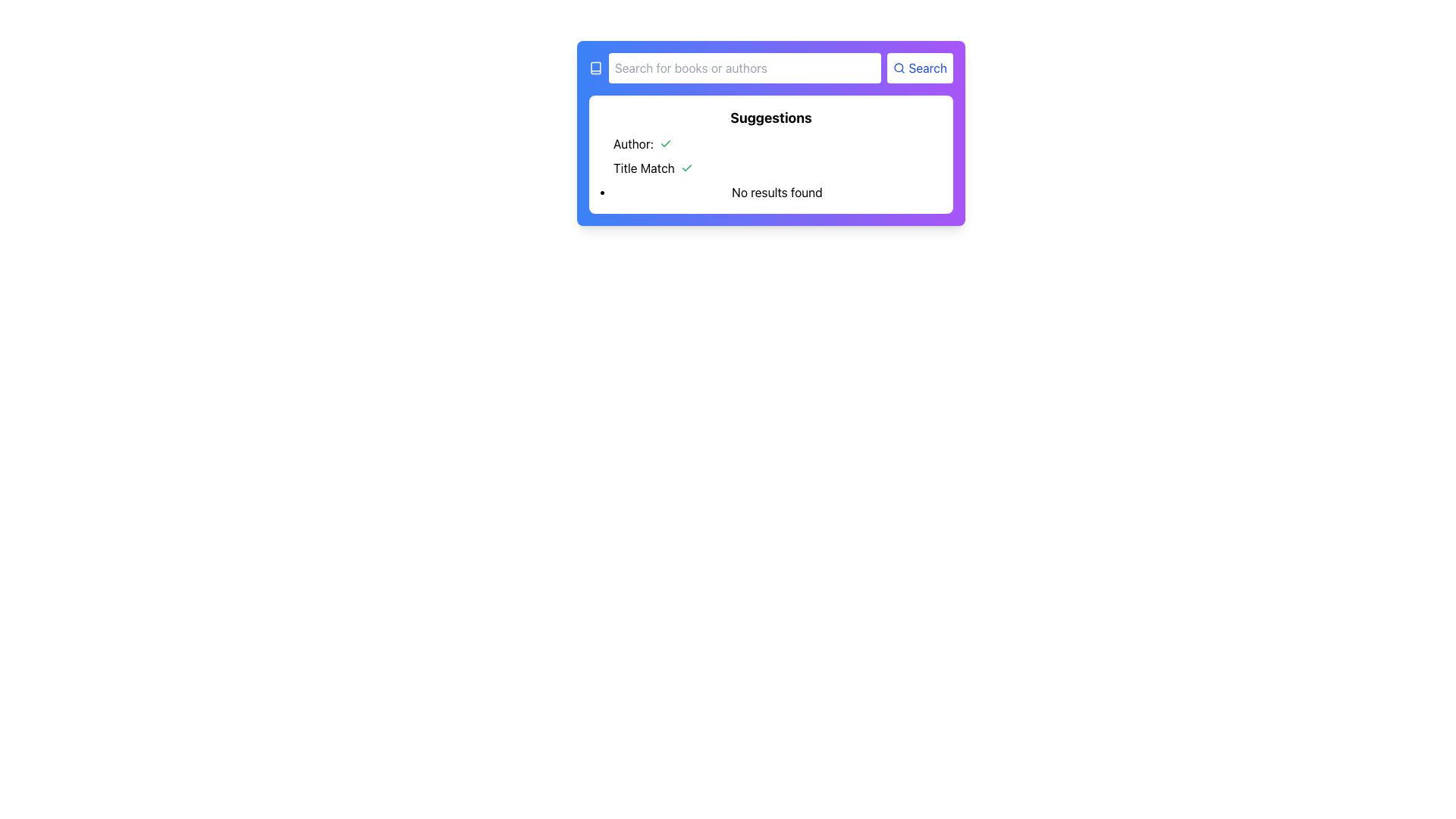  Describe the element at coordinates (595, 67) in the screenshot. I see `the book icon located at the leftmost side of the header, adjacent to the search bar and search button` at that location.